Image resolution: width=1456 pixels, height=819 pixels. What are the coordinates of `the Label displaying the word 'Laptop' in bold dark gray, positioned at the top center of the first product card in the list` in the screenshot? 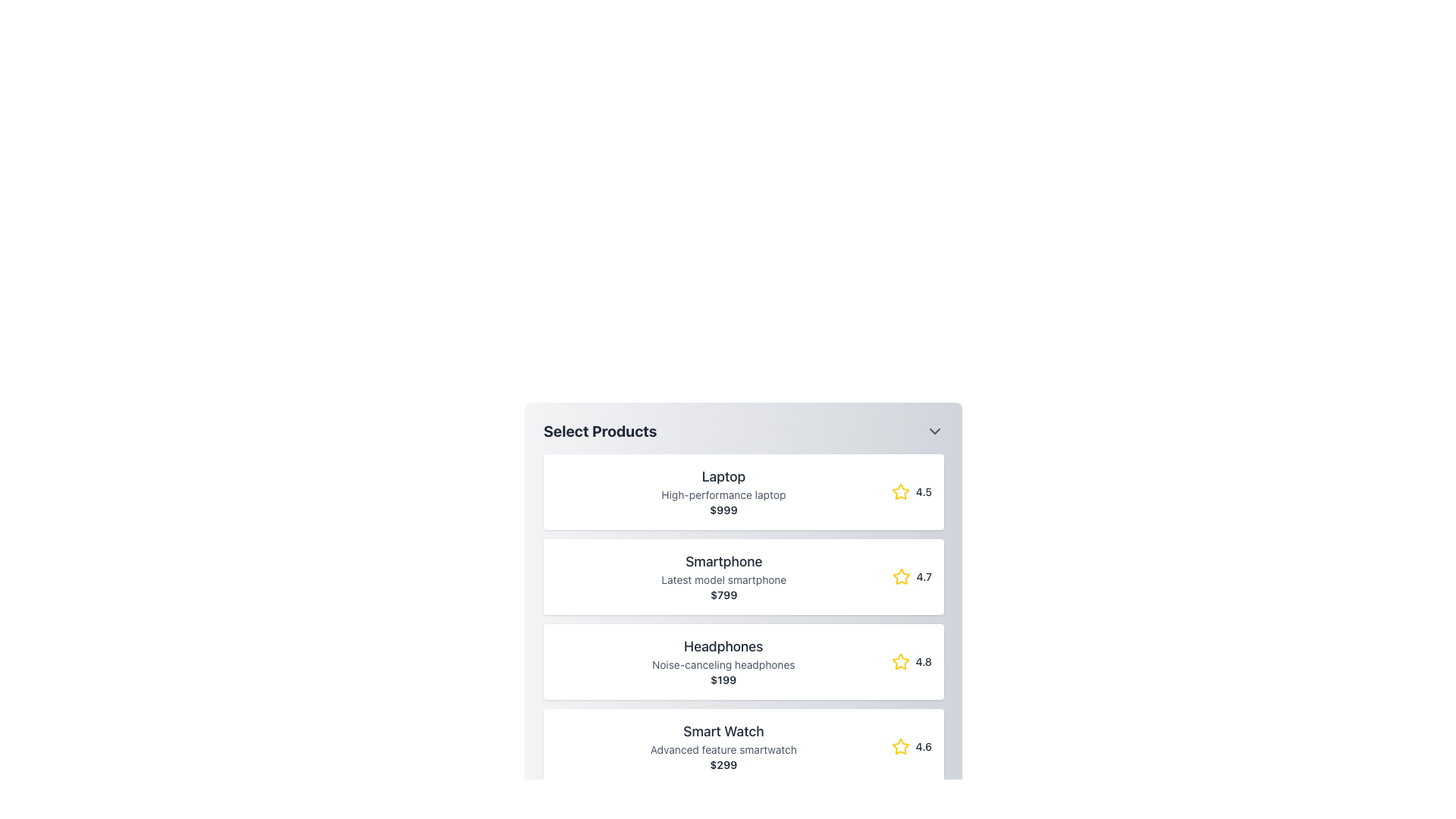 It's located at (723, 475).